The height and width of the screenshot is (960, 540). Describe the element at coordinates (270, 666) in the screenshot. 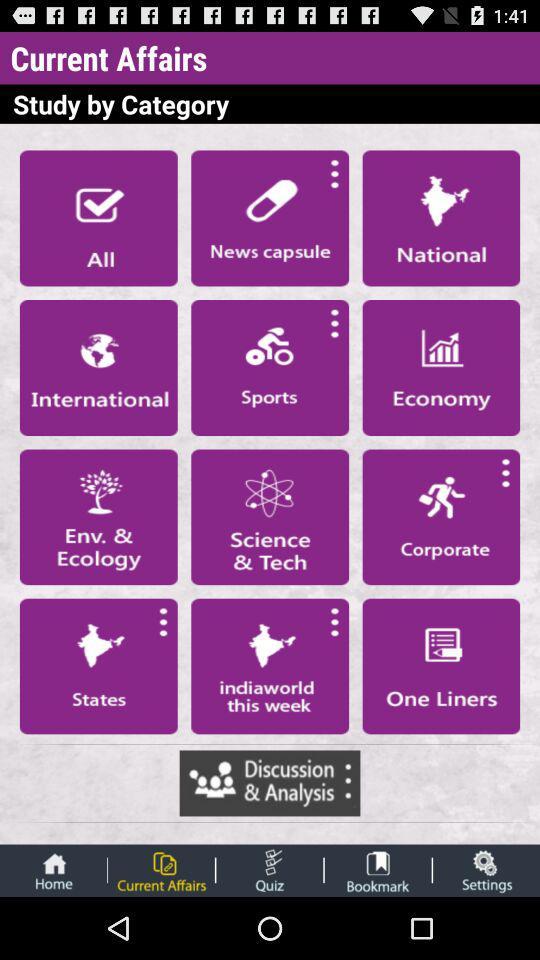

I see `opens the indiaworld this week category` at that location.